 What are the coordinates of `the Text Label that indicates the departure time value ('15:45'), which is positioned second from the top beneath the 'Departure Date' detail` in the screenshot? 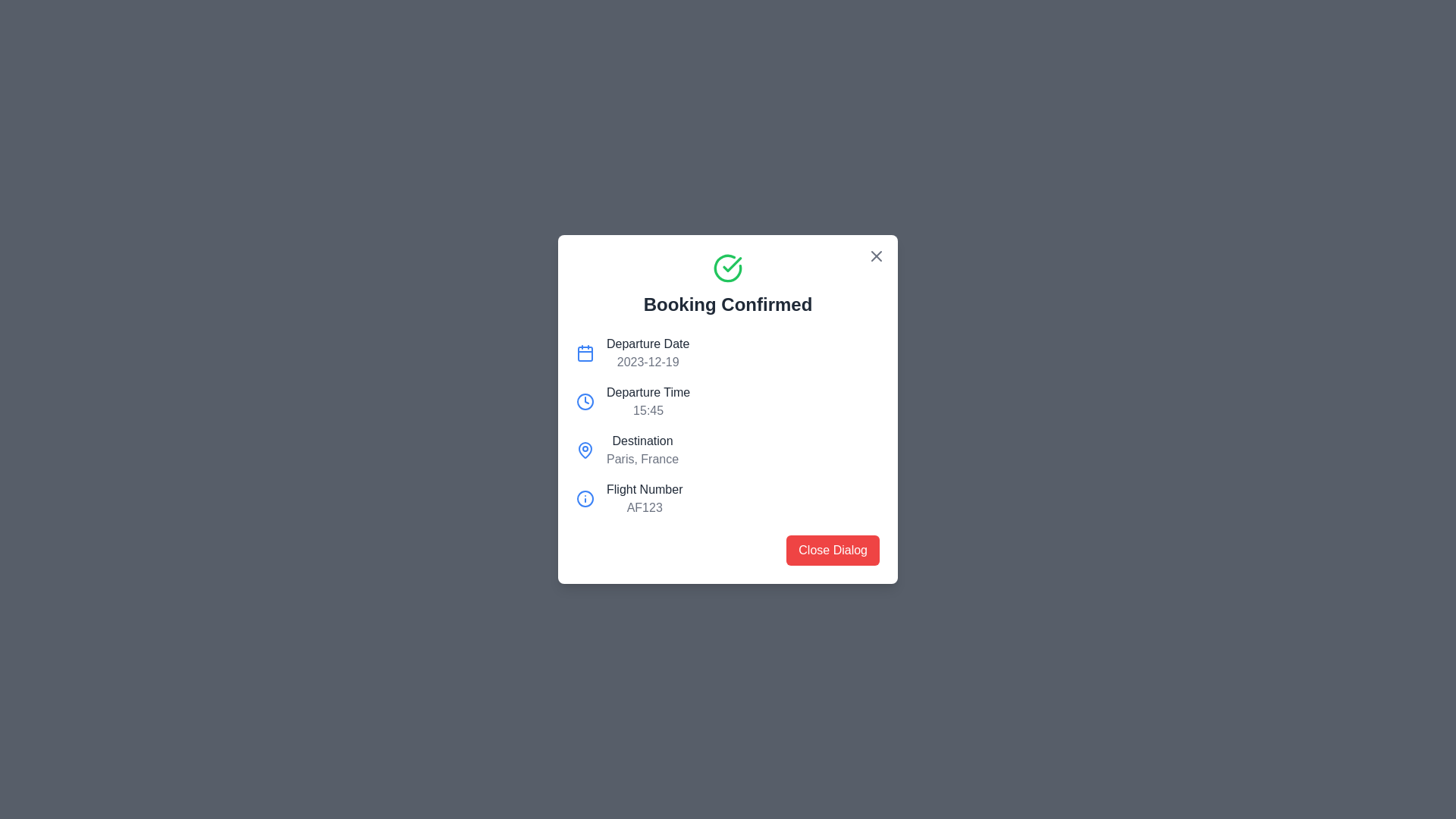 It's located at (648, 391).